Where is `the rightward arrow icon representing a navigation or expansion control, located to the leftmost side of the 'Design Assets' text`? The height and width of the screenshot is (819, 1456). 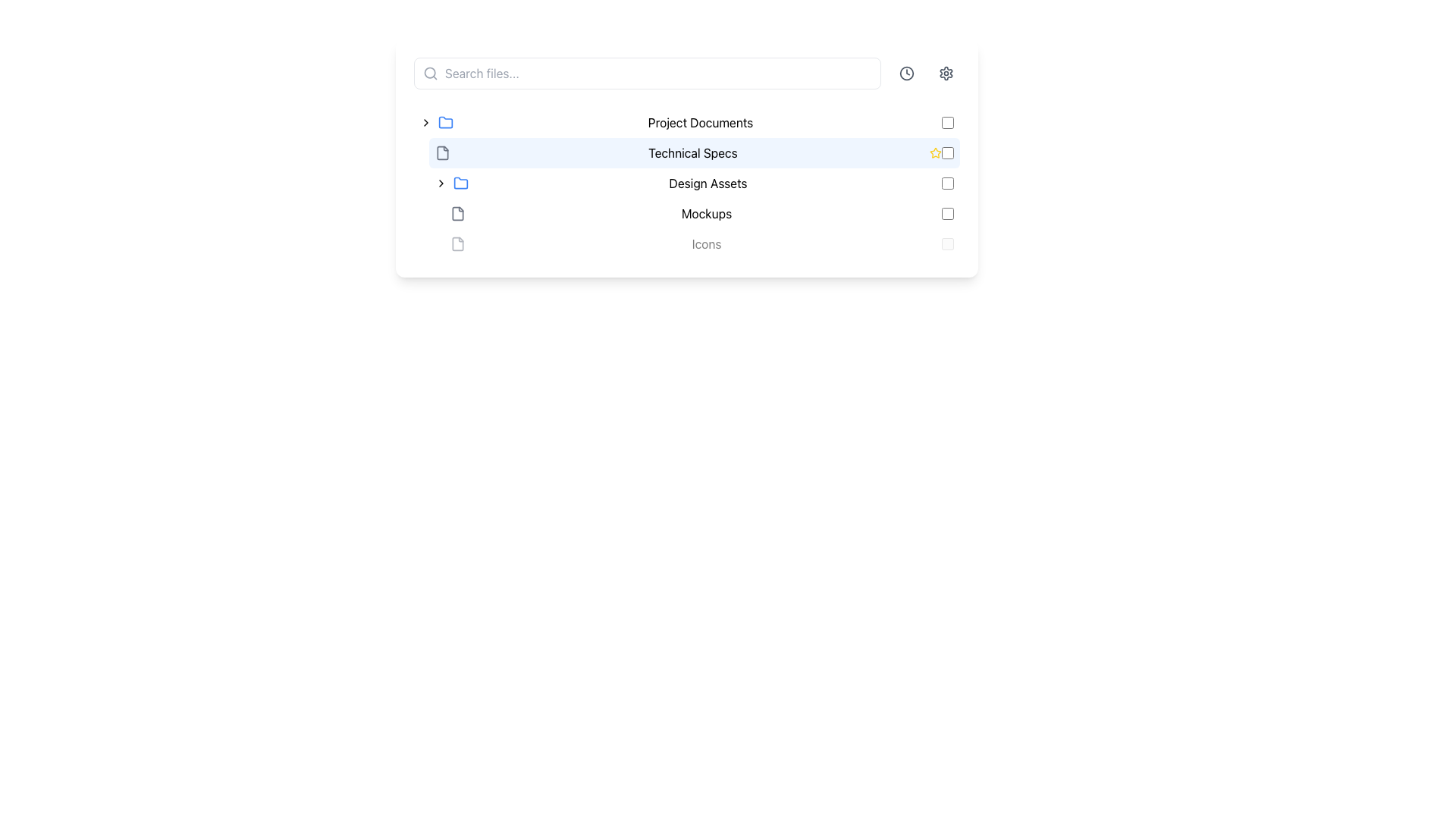
the rightward arrow icon representing a navigation or expansion control, located to the leftmost side of the 'Design Assets' text is located at coordinates (440, 183).